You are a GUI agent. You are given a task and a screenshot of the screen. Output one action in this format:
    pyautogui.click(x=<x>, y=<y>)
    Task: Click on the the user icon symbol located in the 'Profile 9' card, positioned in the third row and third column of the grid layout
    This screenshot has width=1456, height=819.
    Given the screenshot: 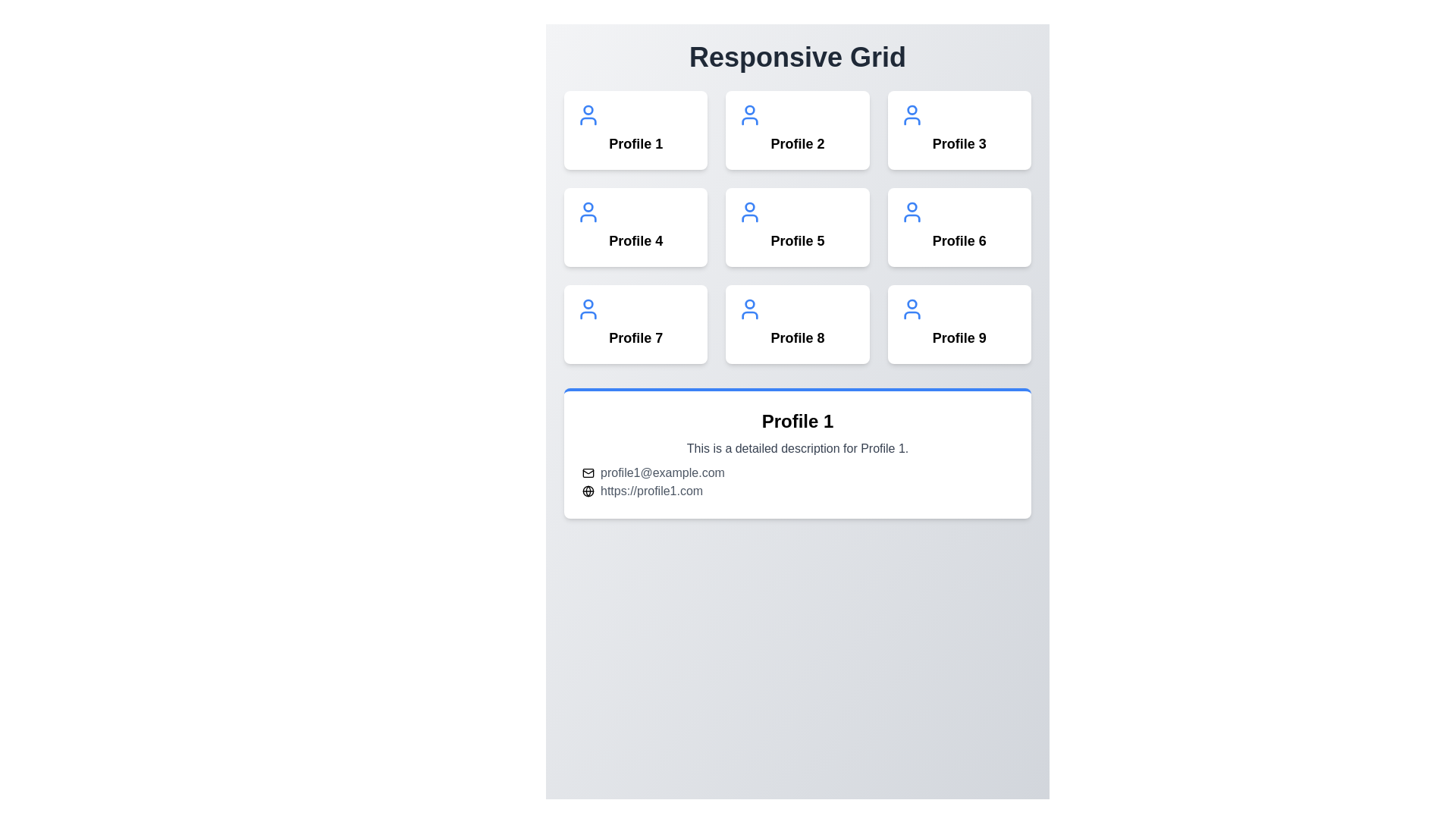 What is the action you would take?
    pyautogui.click(x=911, y=309)
    